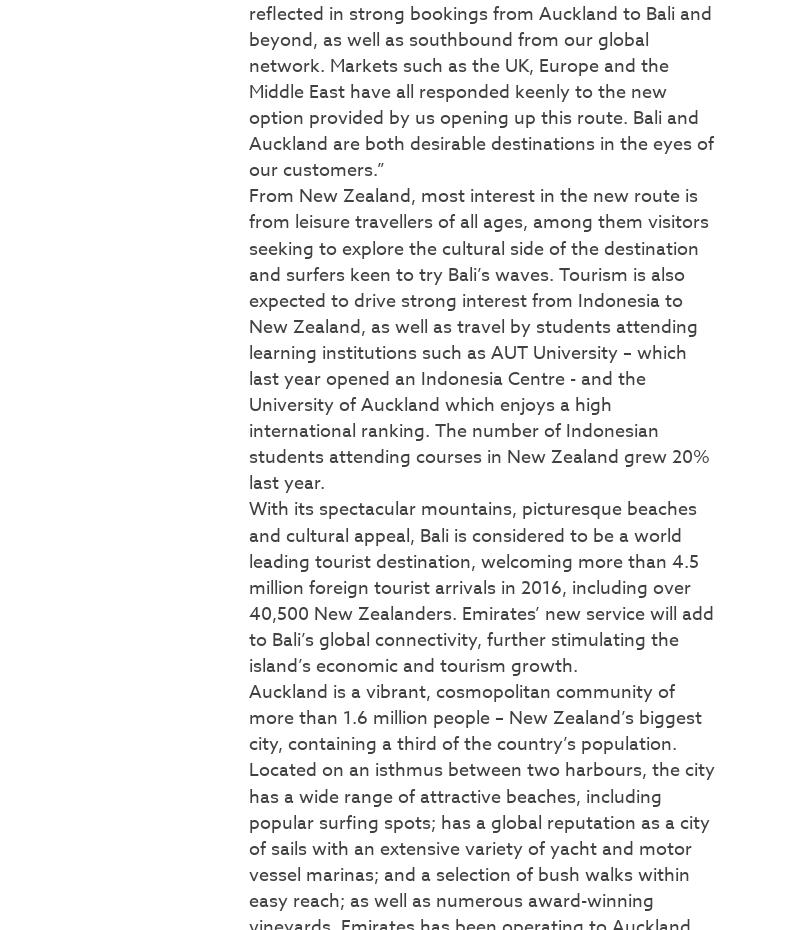 The image size is (800, 930). Describe the element at coordinates (59, 174) in the screenshot. I see `'Air transport'` at that location.